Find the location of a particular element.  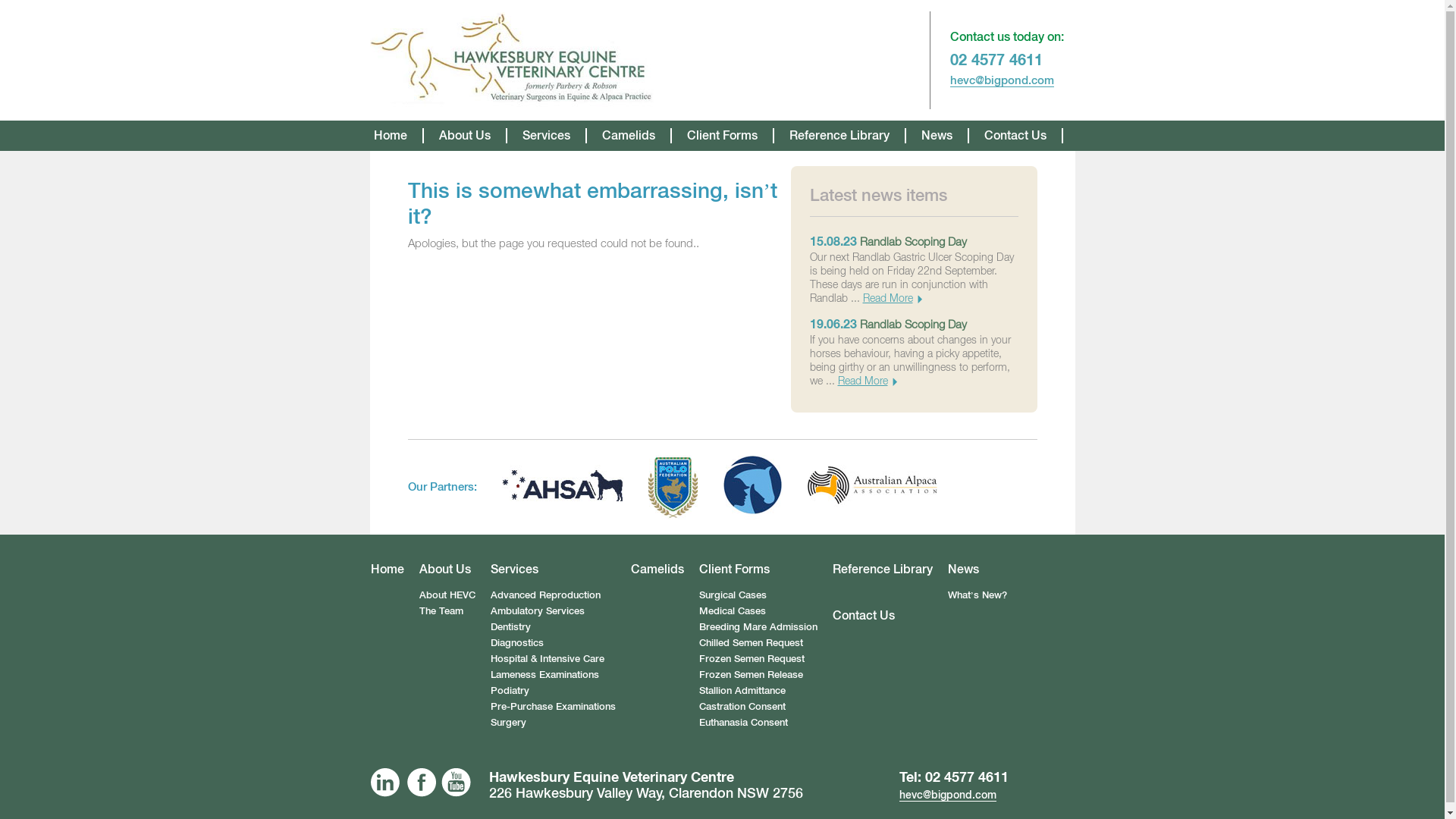

'Diagnostics' is located at coordinates (516, 642).